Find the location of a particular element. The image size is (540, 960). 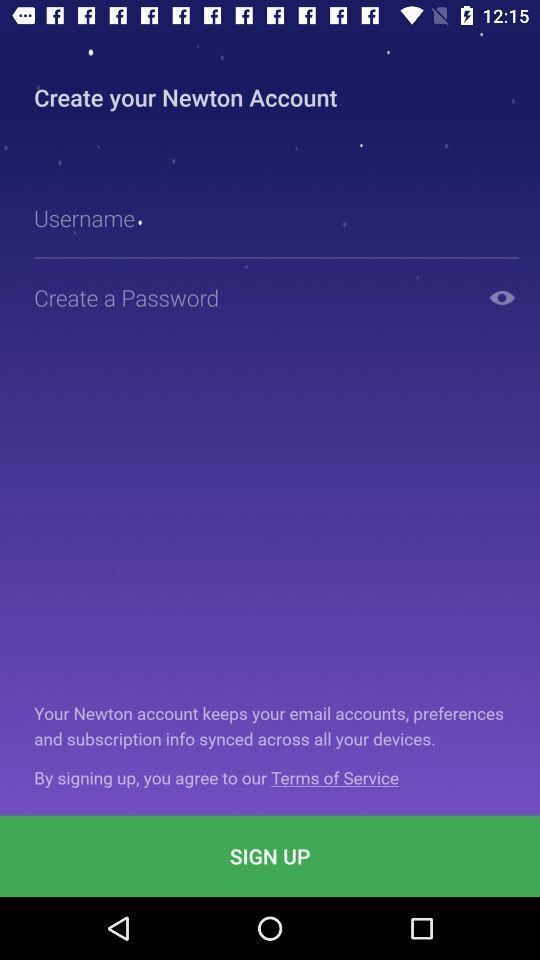

username is located at coordinates (280, 218).